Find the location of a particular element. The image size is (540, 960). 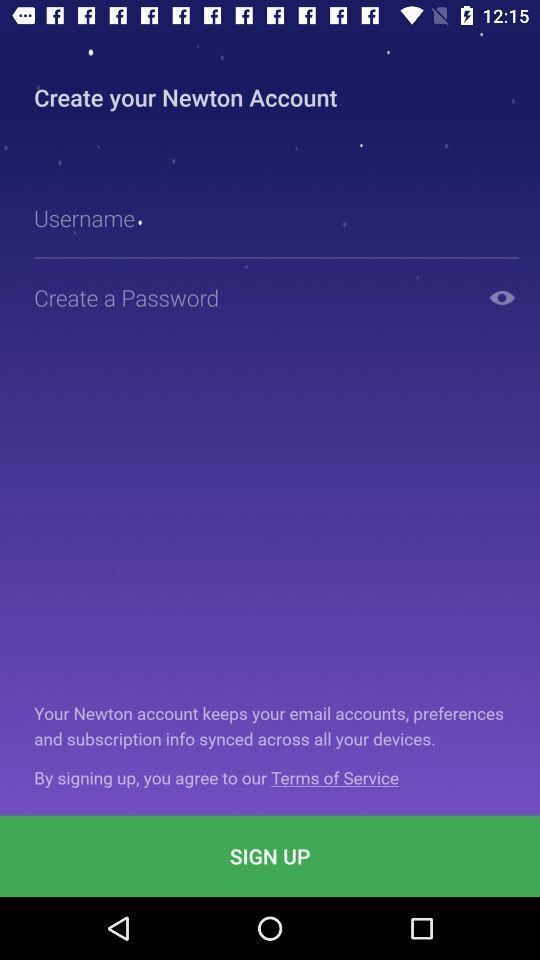

username is located at coordinates (280, 218).